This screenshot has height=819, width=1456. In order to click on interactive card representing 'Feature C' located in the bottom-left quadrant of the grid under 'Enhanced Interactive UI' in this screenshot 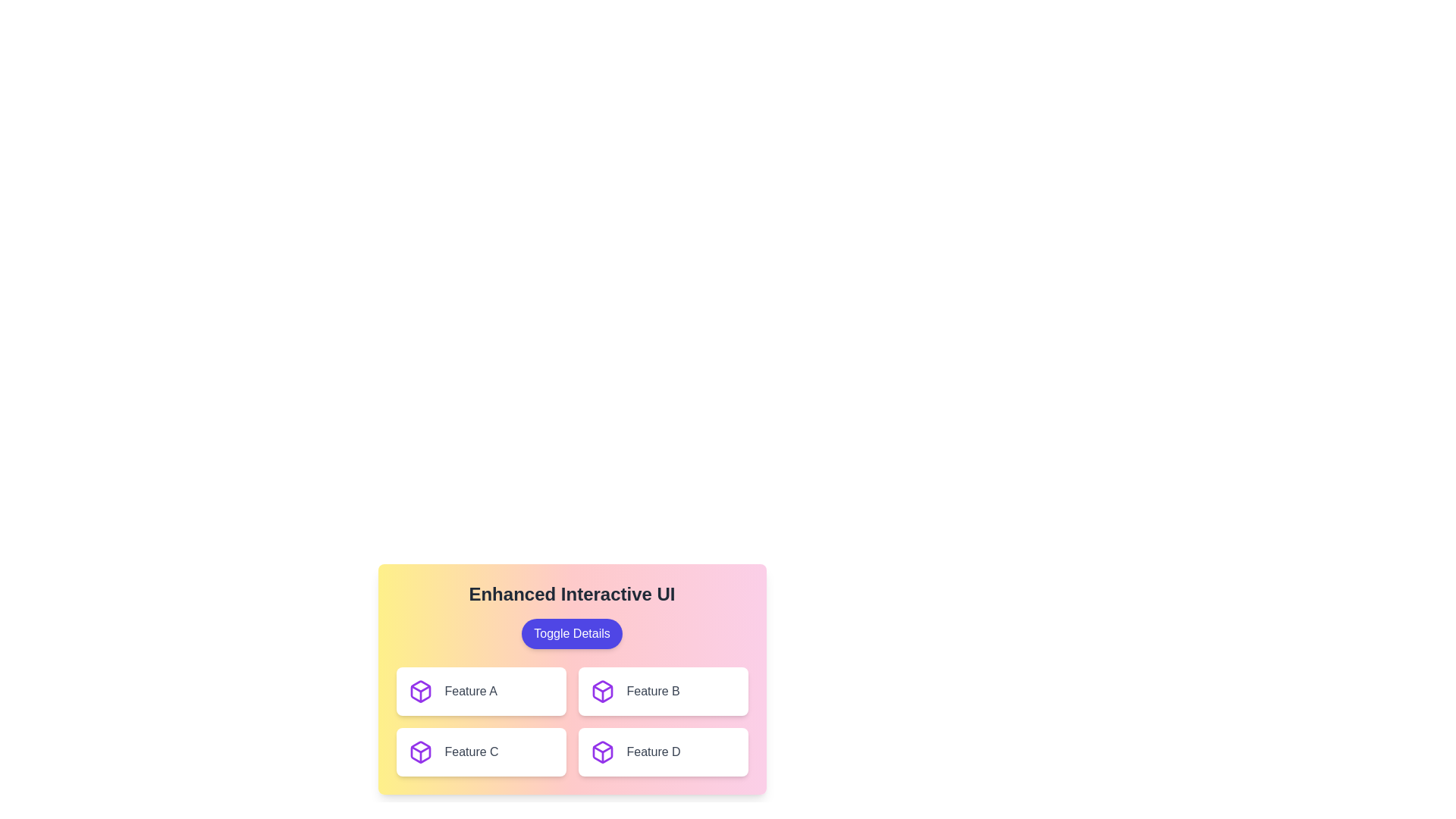, I will do `click(480, 752)`.